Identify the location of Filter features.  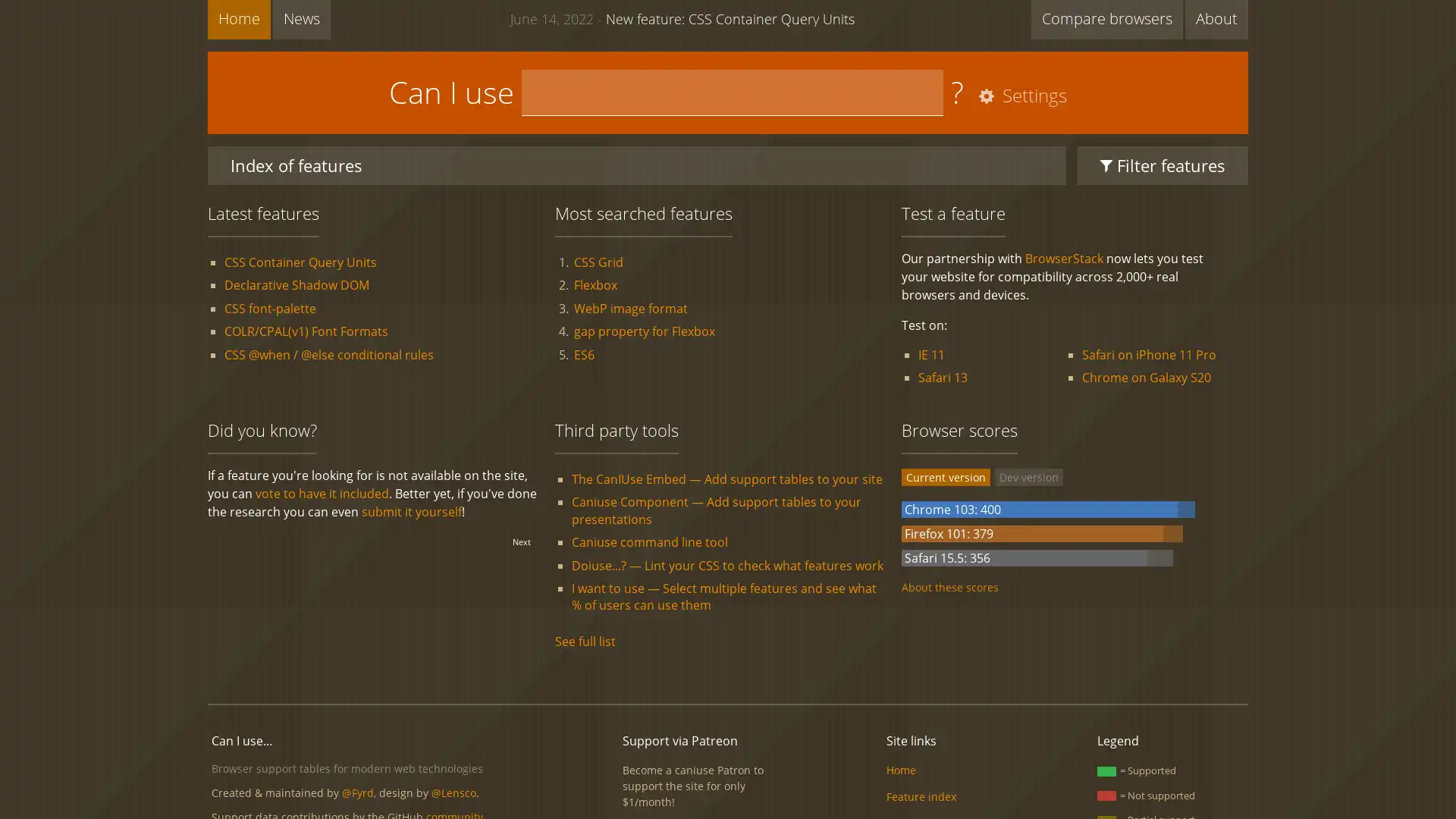
(1162, 165).